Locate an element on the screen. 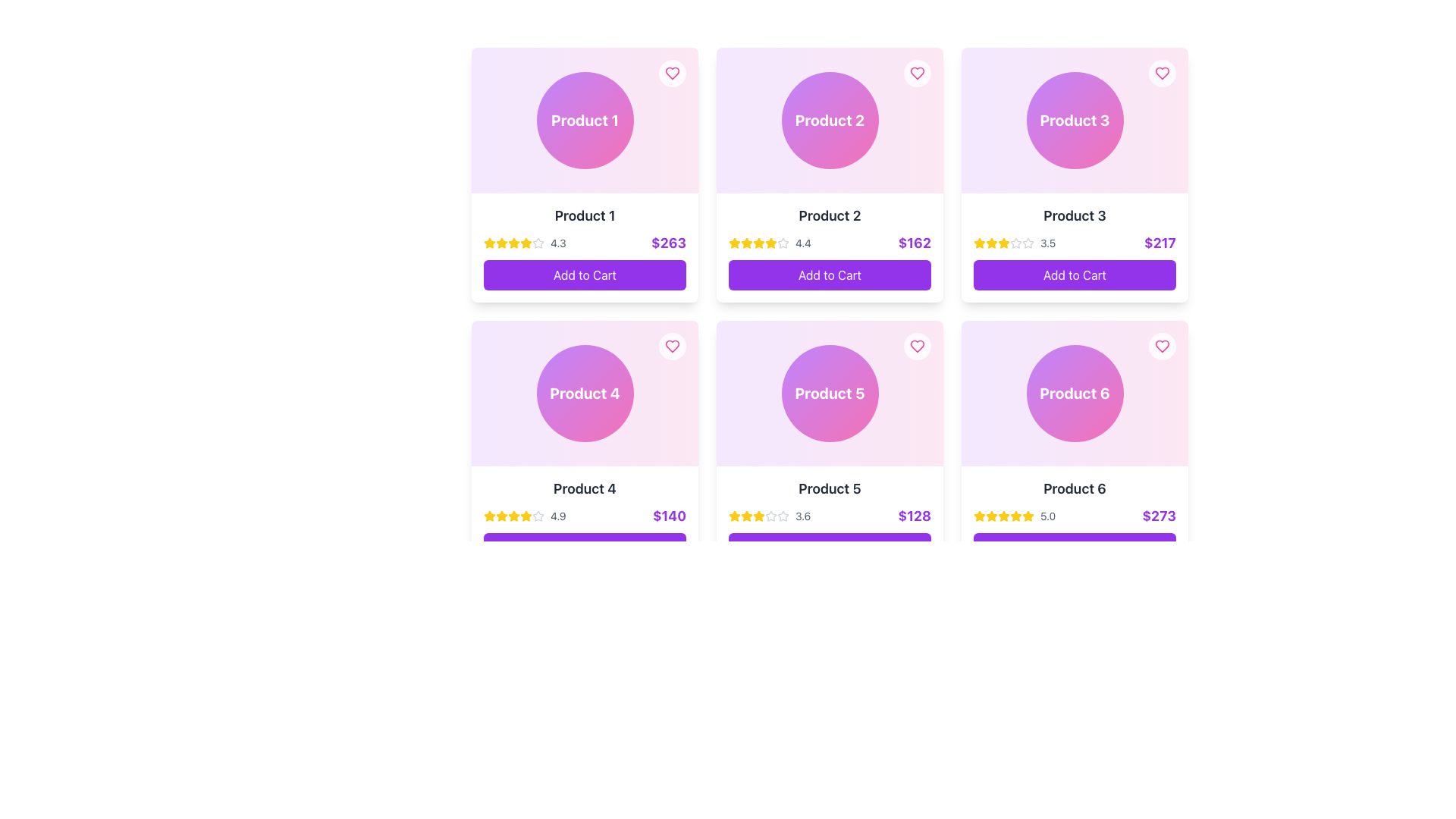 This screenshot has width=1456, height=819. the star icon representing the rating score for 'Product 2', which is the seventh icon in the sequence of ten located in the rating section under 'Product 2' is located at coordinates (771, 242).